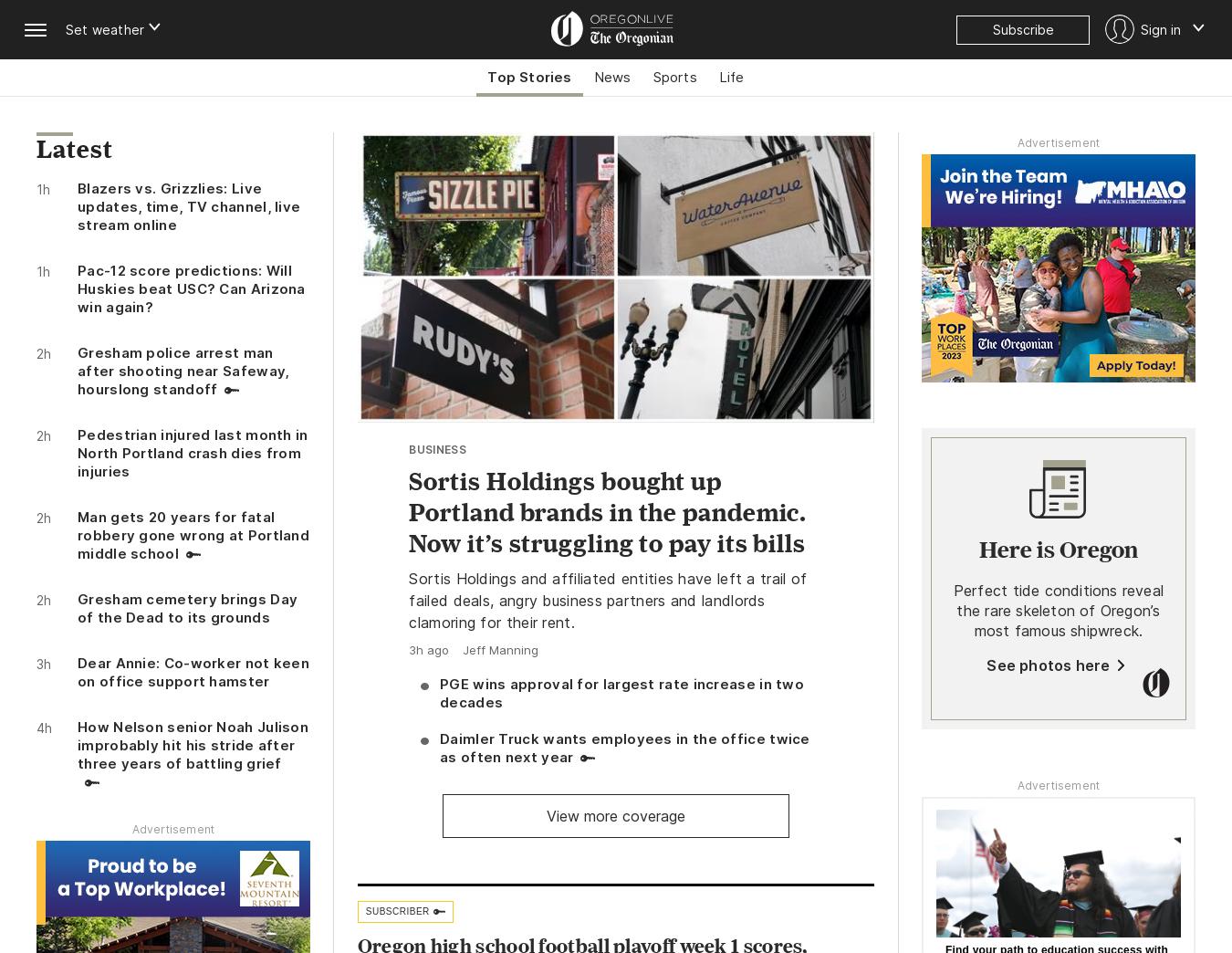 This screenshot has width=1232, height=953. I want to click on 'Pac-12 score predictions: Will Huskies beat USC? Can Arizona win again?', so click(191, 288).